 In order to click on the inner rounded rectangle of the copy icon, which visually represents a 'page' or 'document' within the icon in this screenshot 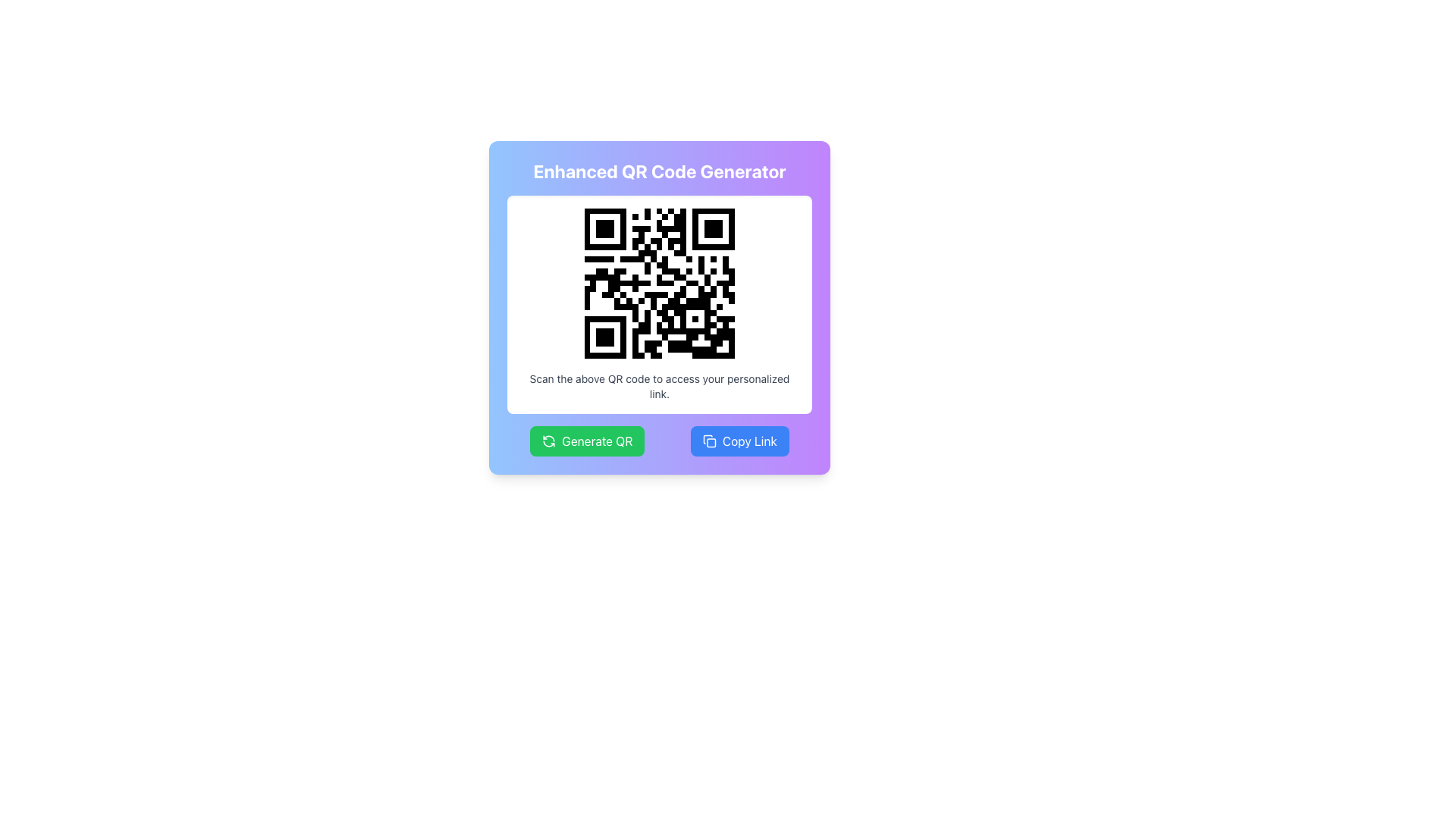, I will do `click(711, 443)`.